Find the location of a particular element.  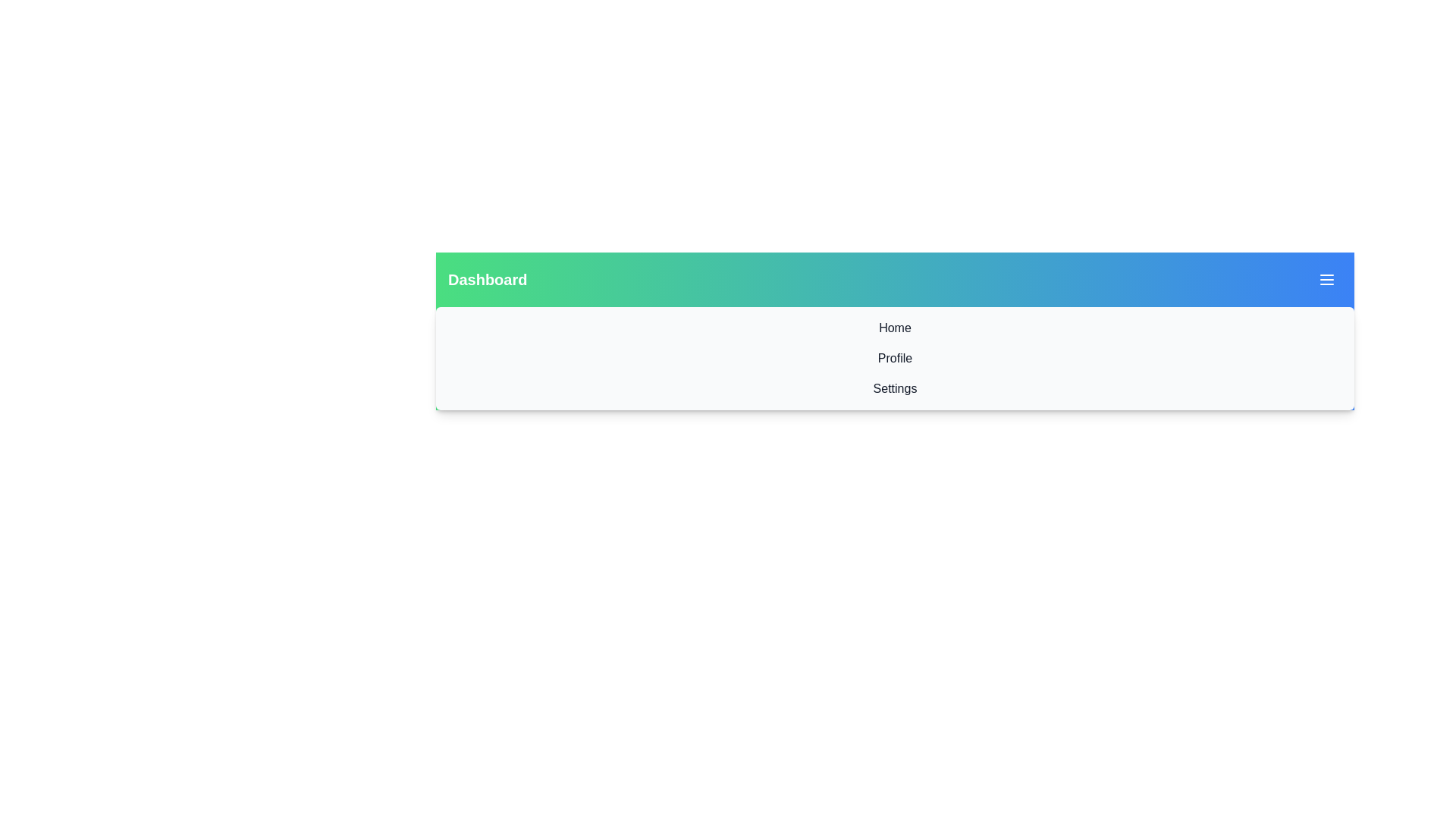

the 'Profile' link, which is the second option in a vertical list under a green-blue gradient header, styled with a cursor pointer is located at coordinates (895, 359).